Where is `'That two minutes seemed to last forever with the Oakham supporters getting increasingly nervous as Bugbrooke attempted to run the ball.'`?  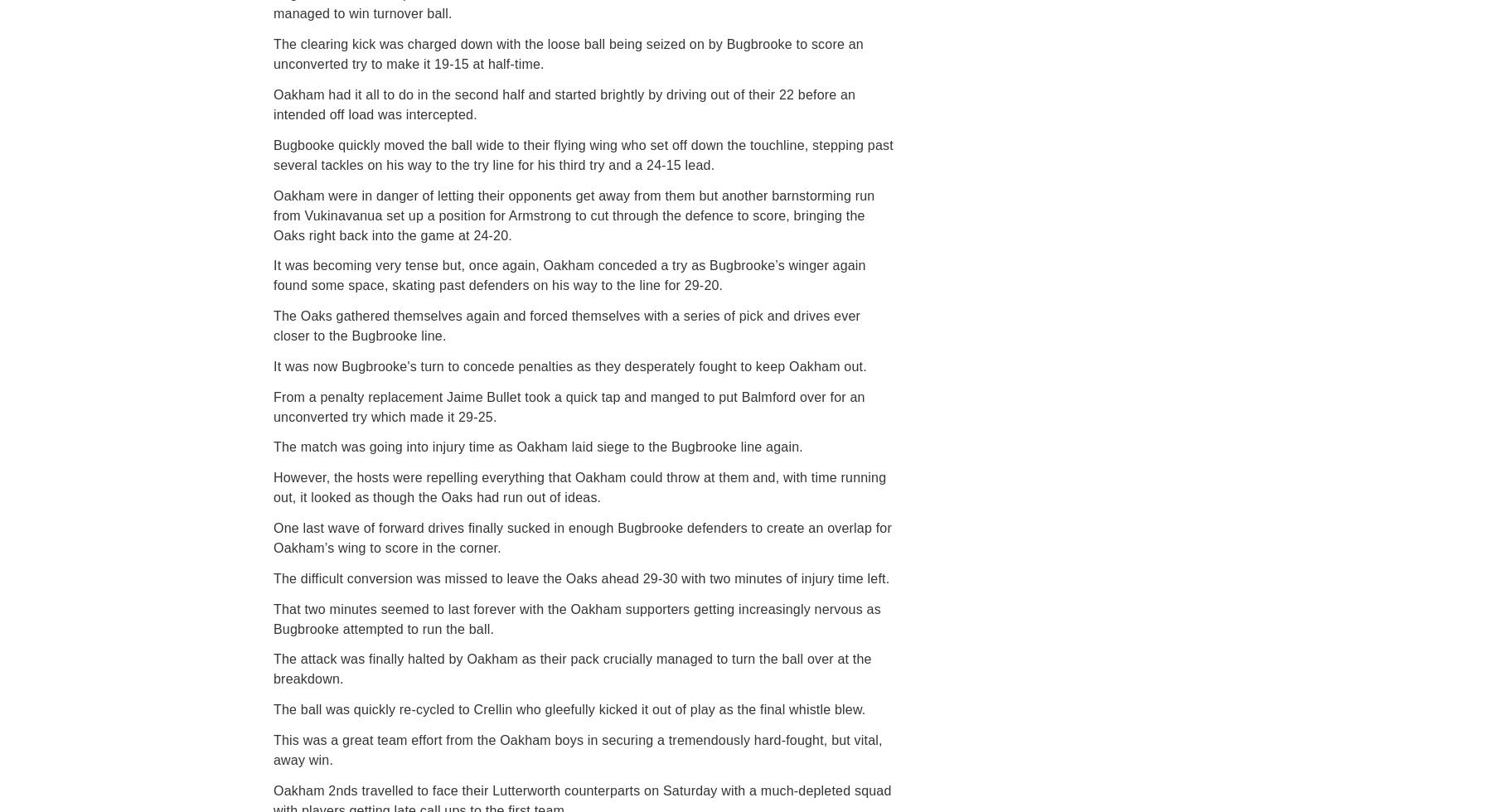 'That two minutes seemed to last forever with the Oakham supporters getting increasingly nervous as Bugbrooke attempted to run the ball.' is located at coordinates (576, 618).